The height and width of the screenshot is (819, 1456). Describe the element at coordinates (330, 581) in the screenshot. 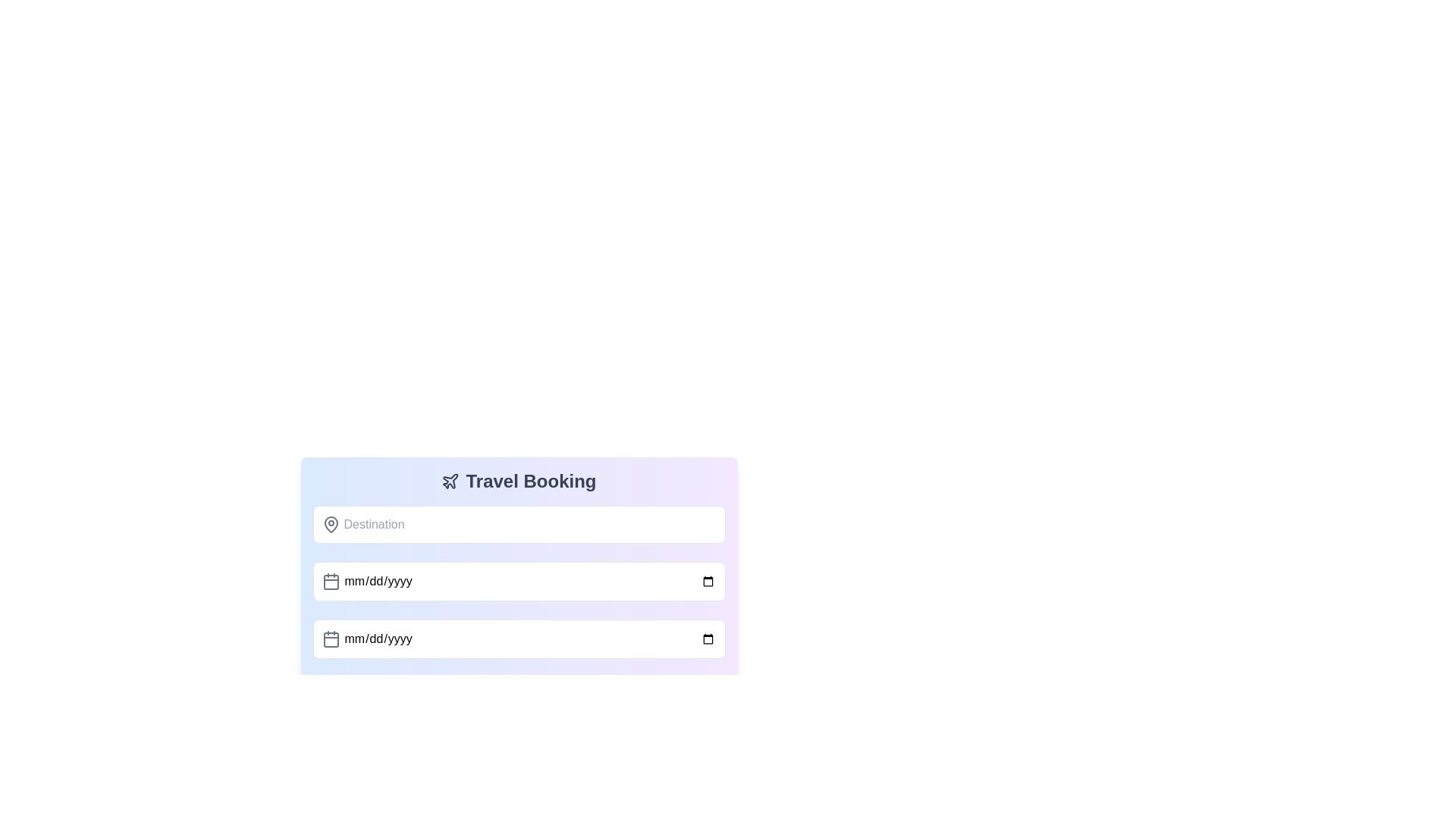

I see `the calendar icon, which is a simplistic rectangular design with rounded corners` at that location.